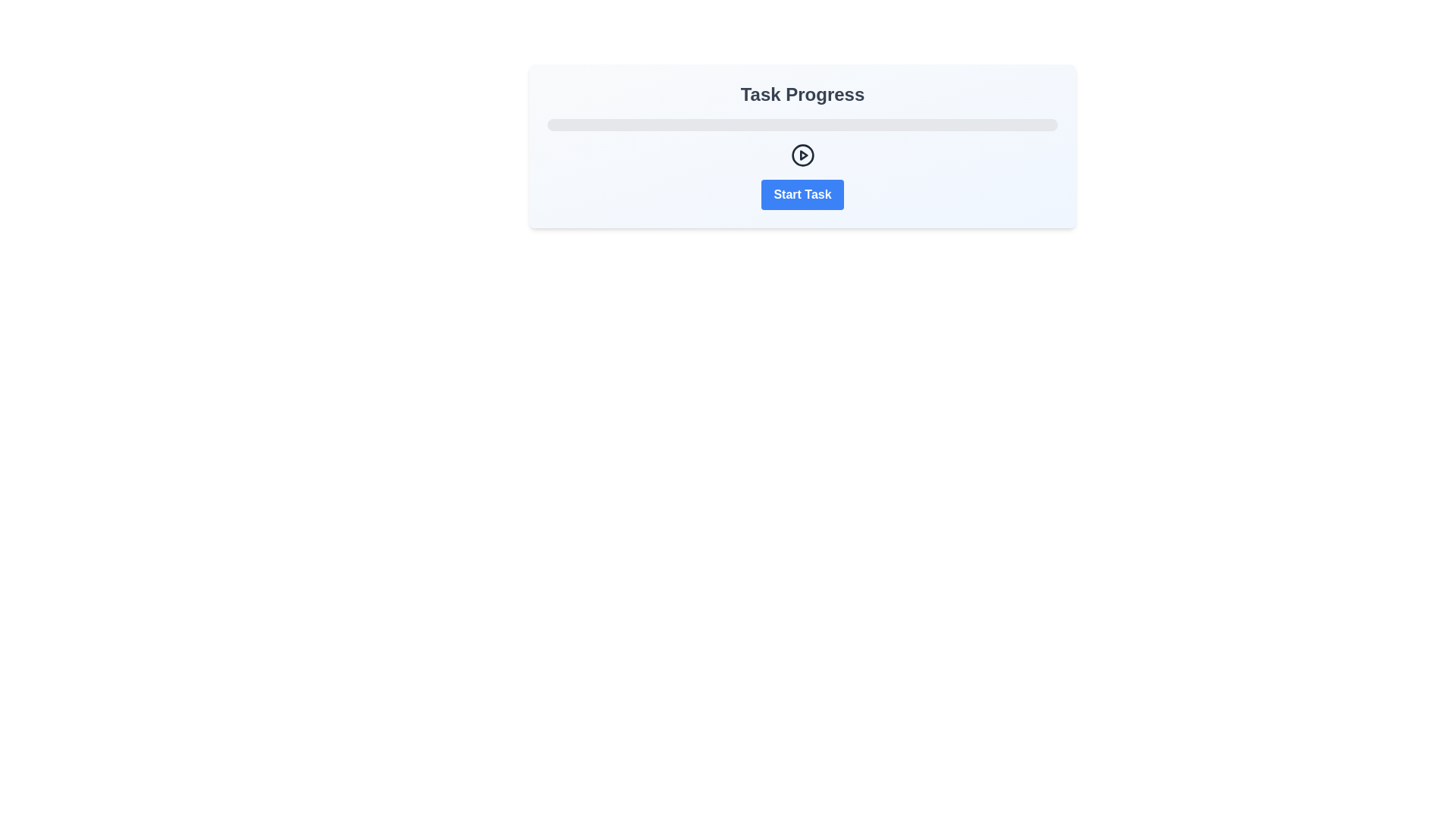  What do you see at coordinates (802, 155) in the screenshot?
I see `the outer circle of the play button icon, which is a decorative SVG Circle indicating the initiation of a playable action` at bounding box center [802, 155].